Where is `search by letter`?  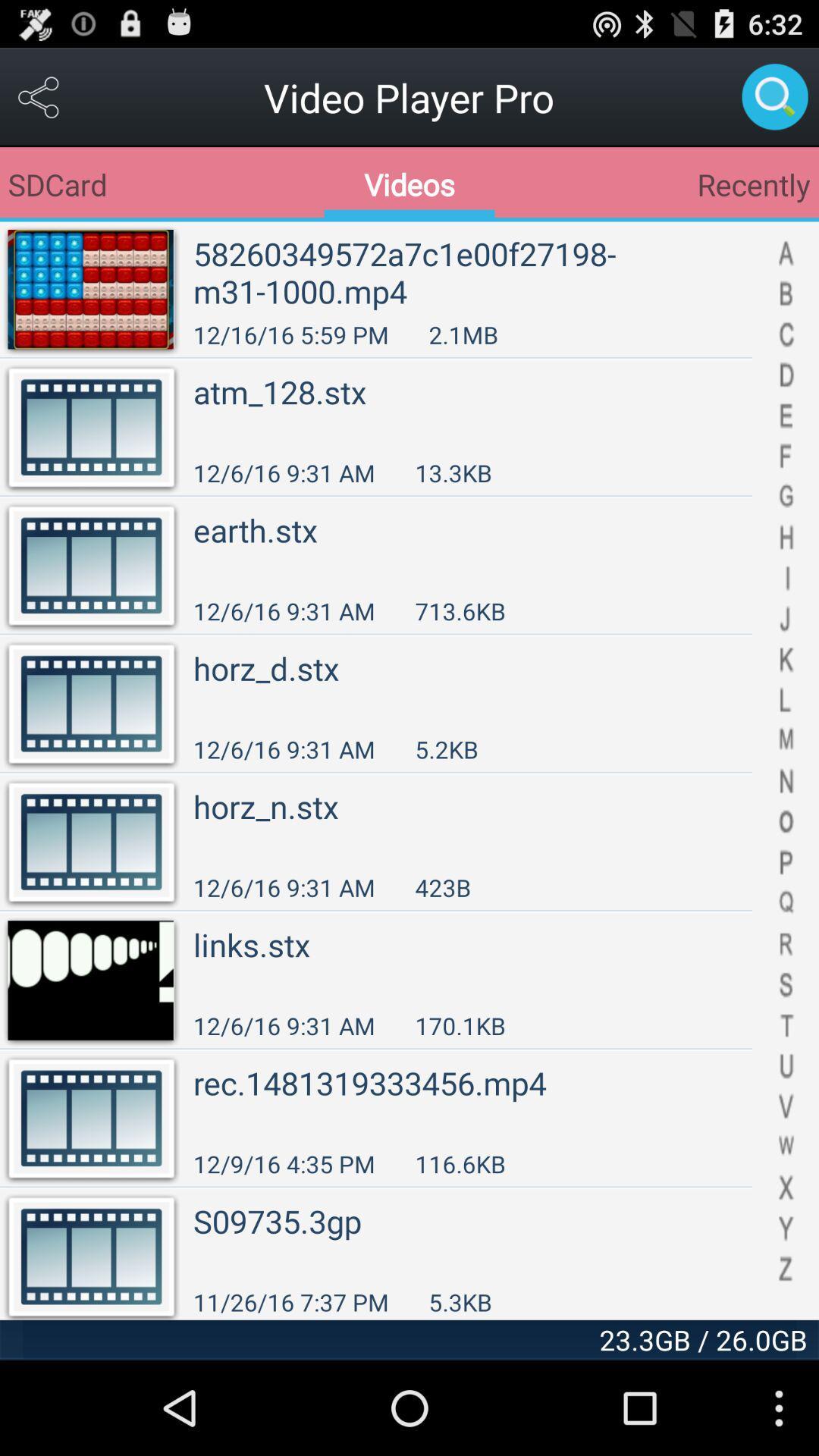
search by letter is located at coordinates (785, 770).